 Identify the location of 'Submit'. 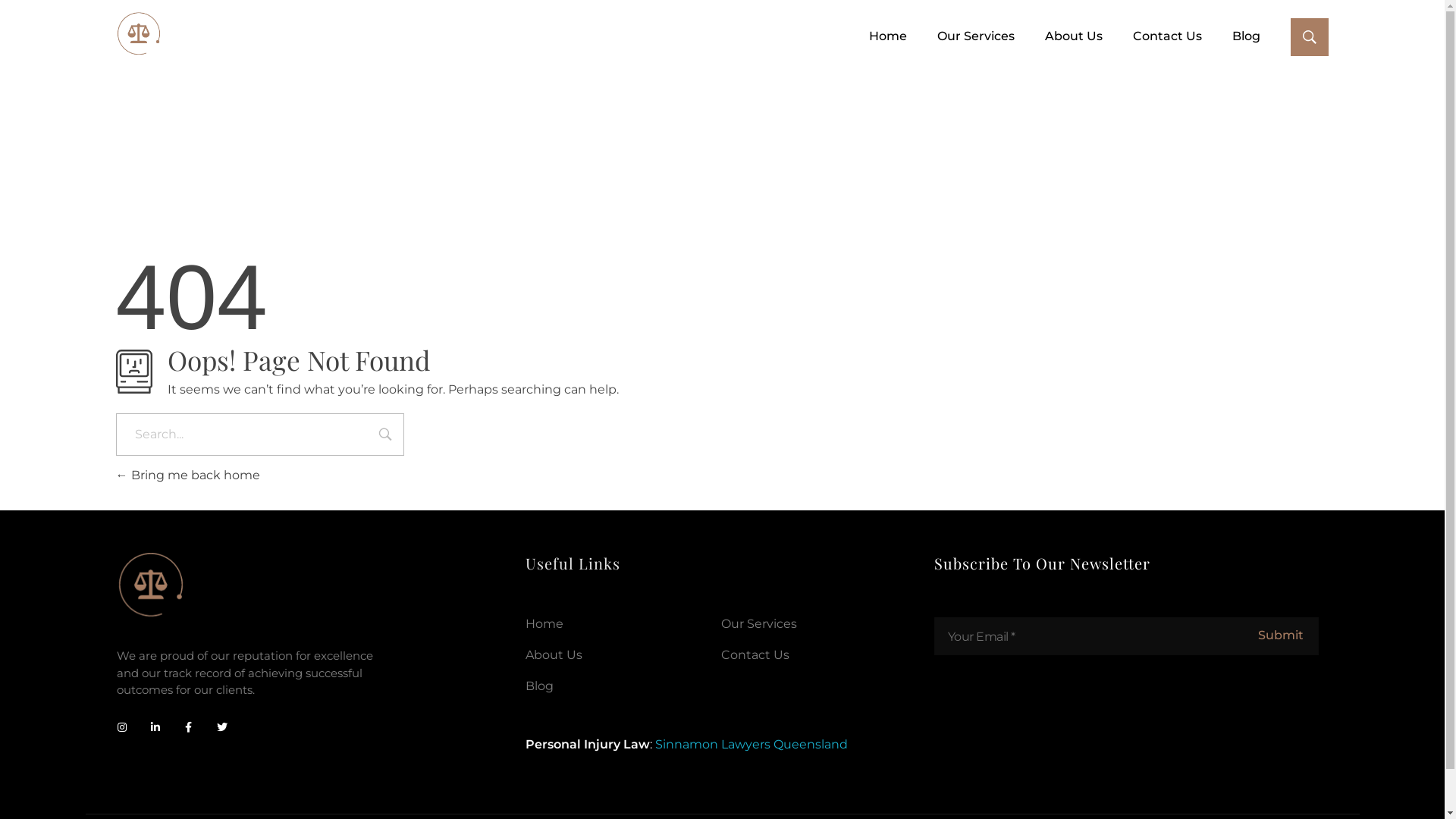
(1279, 635).